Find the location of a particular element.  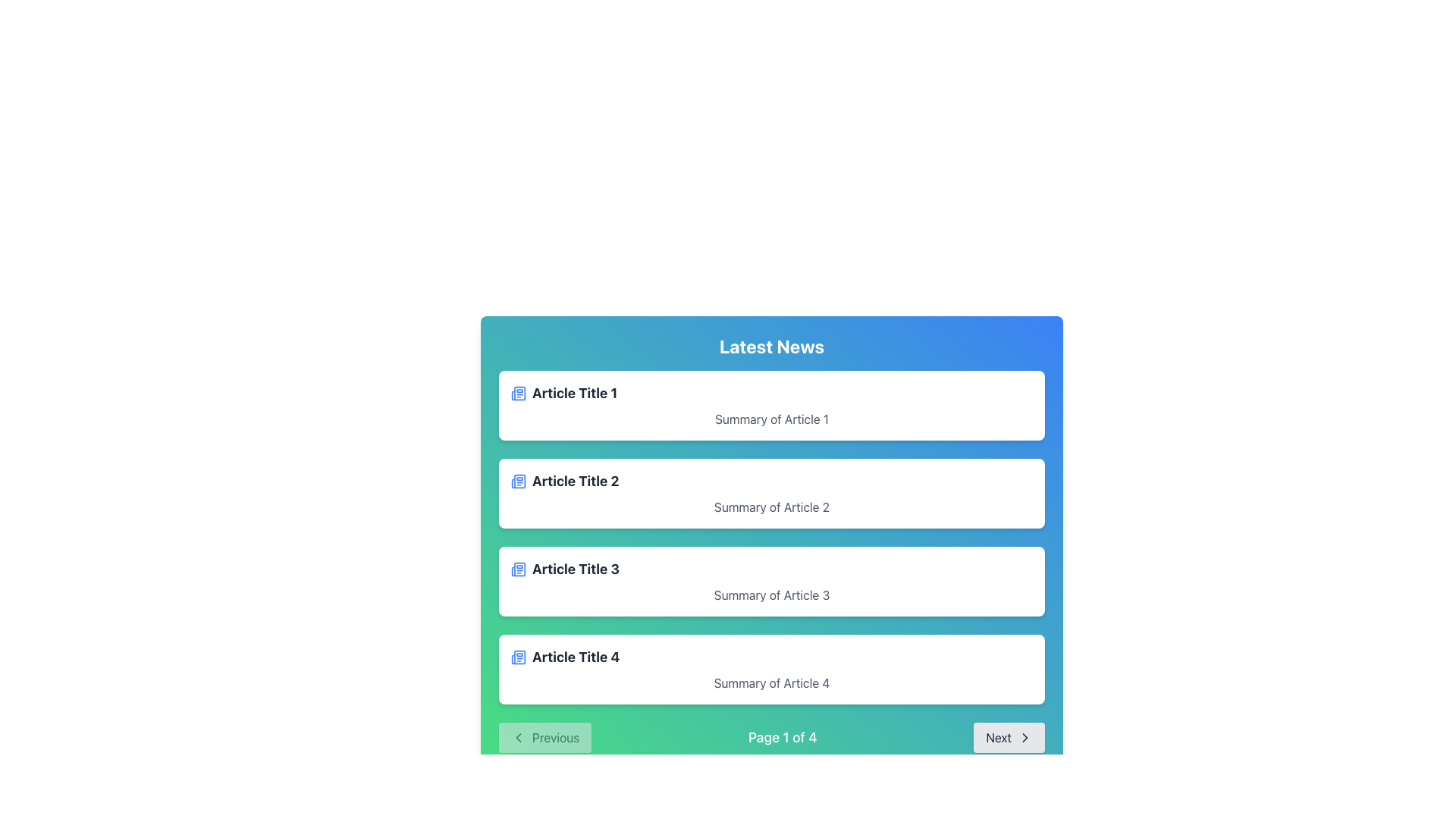

the 'Next' navigation icon located in the bottom-right corner of the layout, adjacent to the text label 'Next' is located at coordinates (1025, 736).